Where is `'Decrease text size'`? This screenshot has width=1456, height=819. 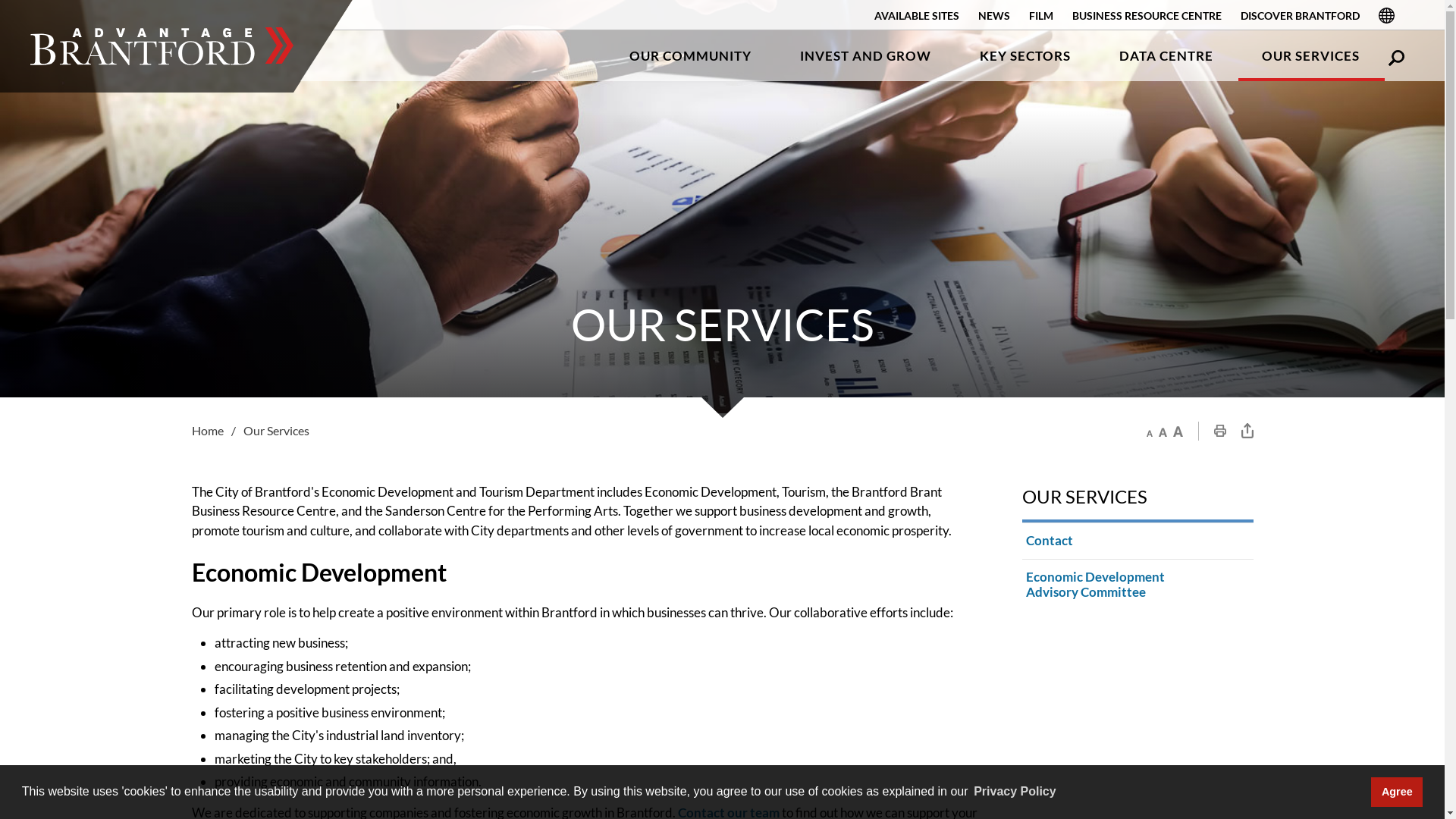 'Decrease text size' is located at coordinates (1147, 431).